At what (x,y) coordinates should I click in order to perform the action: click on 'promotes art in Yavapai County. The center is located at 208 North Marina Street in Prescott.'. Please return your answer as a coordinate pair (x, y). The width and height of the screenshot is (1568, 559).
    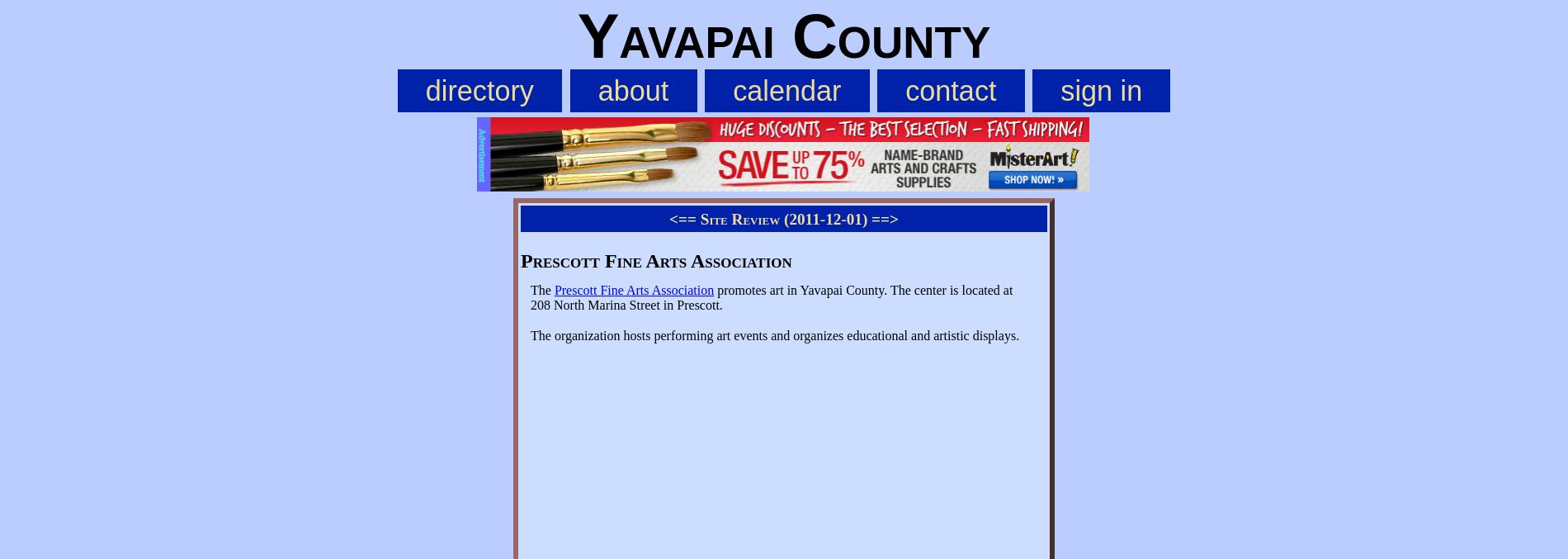
    Looking at the image, I should click on (530, 297).